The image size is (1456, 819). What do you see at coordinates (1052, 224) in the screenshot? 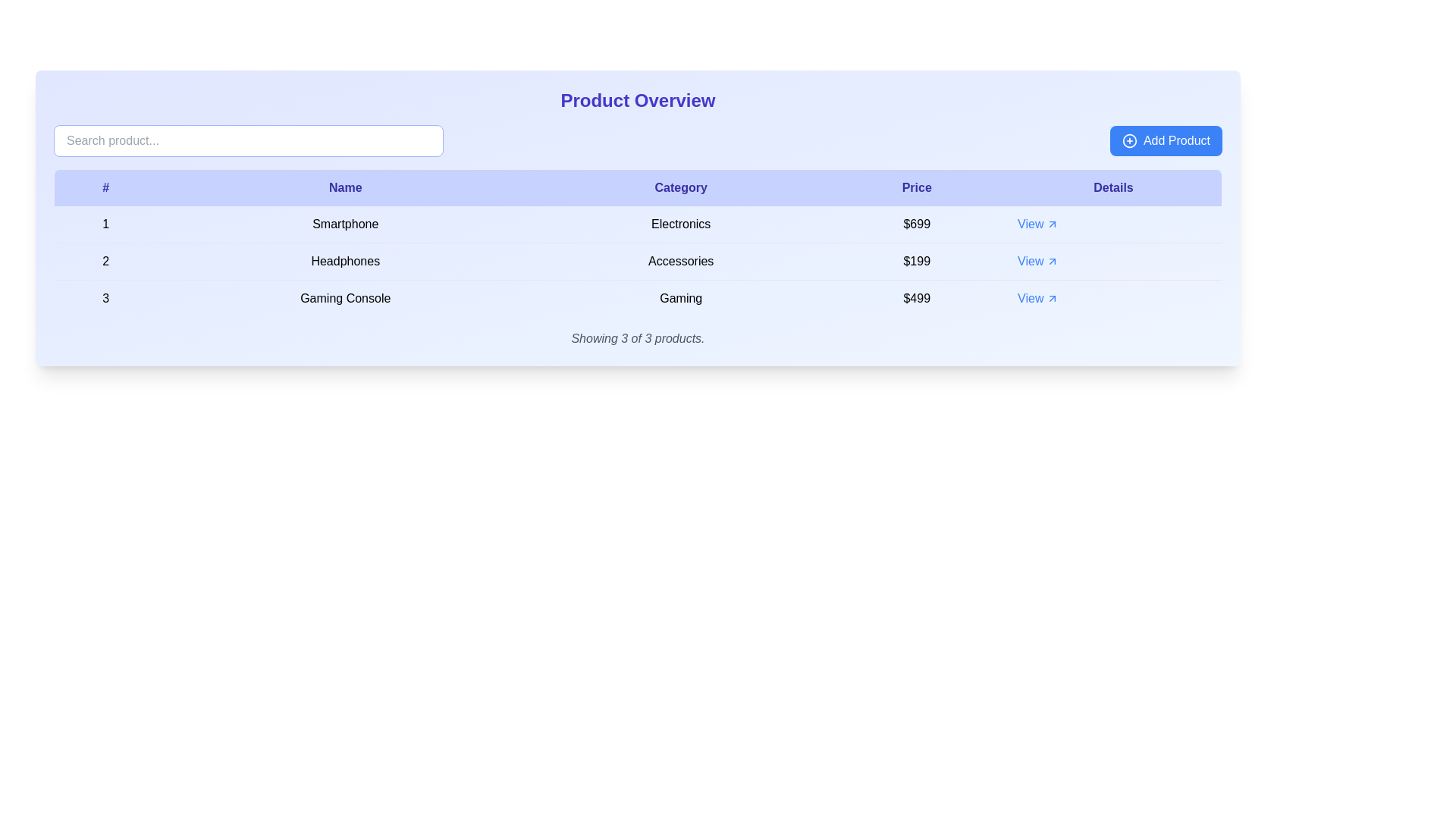
I see `the icon located to the right of the 'View' button in the 'Details' column of the first row of the table` at bounding box center [1052, 224].